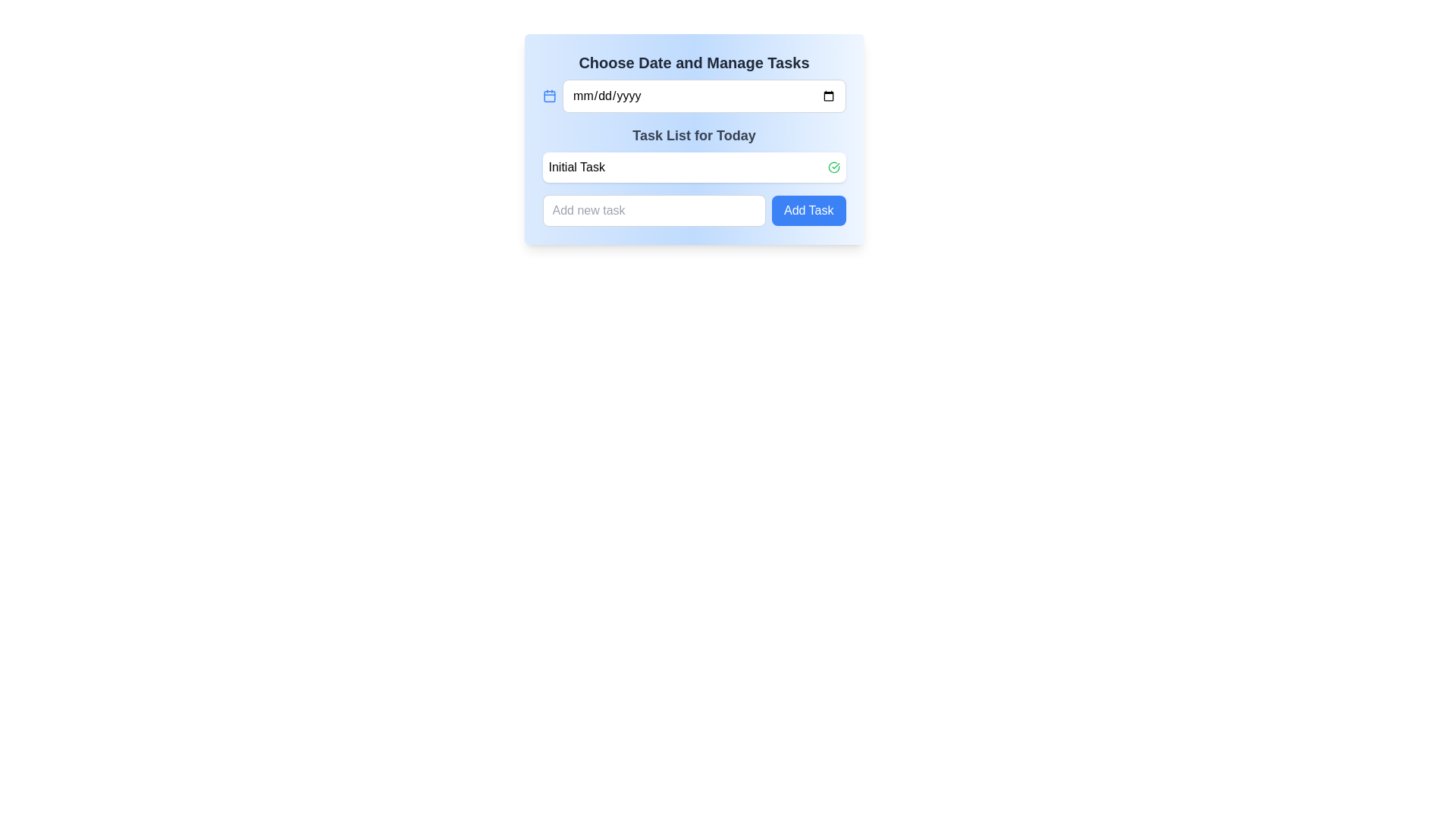 The image size is (1456, 819). I want to click on the completion status icon located near the right edge of the 'Task List for Today' section, so click(833, 167).